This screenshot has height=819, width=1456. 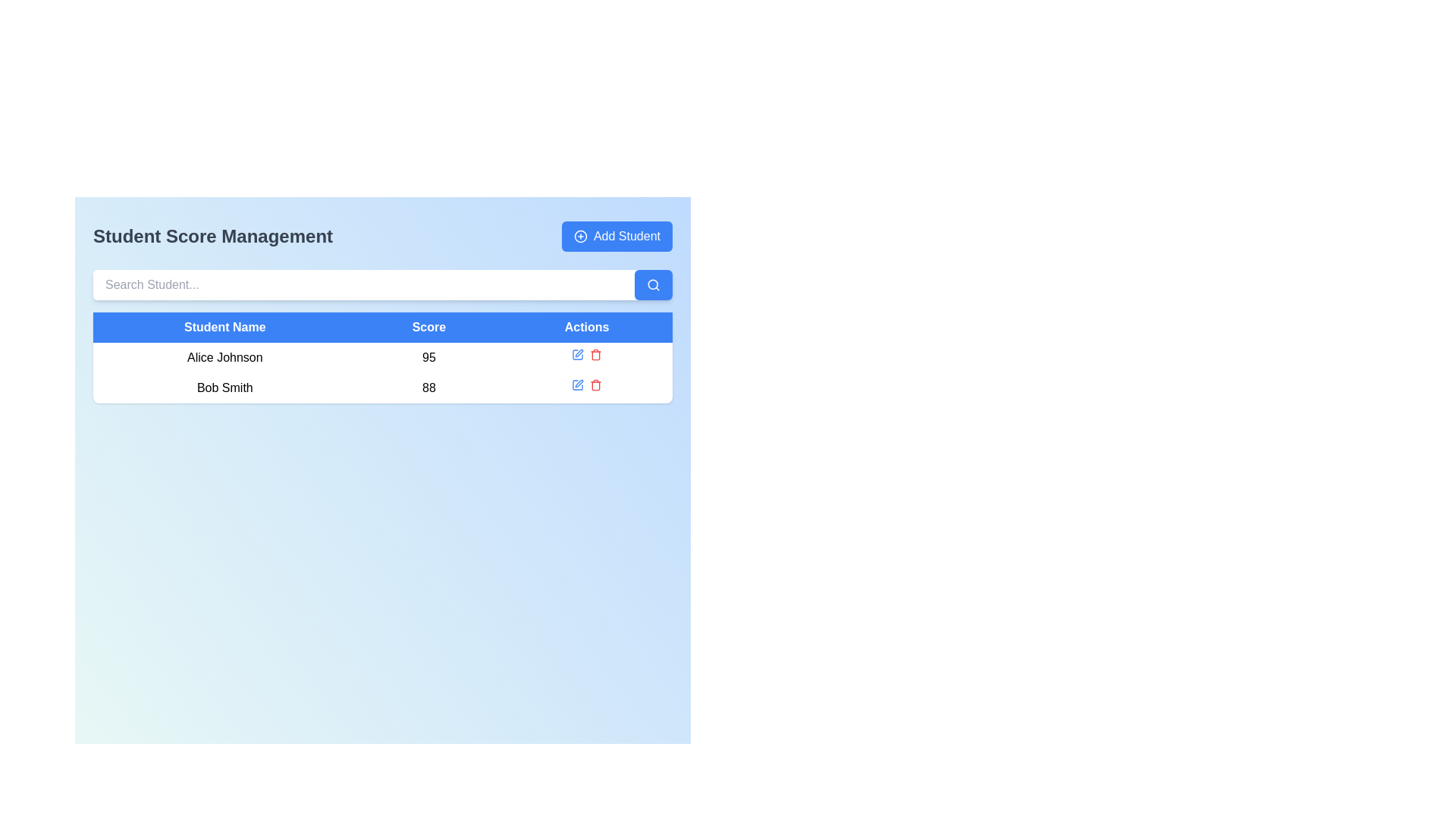 I want to click on the 'Add Student' button located at the top right of the 'Student Score Management' section, so click(x=617, y=237).